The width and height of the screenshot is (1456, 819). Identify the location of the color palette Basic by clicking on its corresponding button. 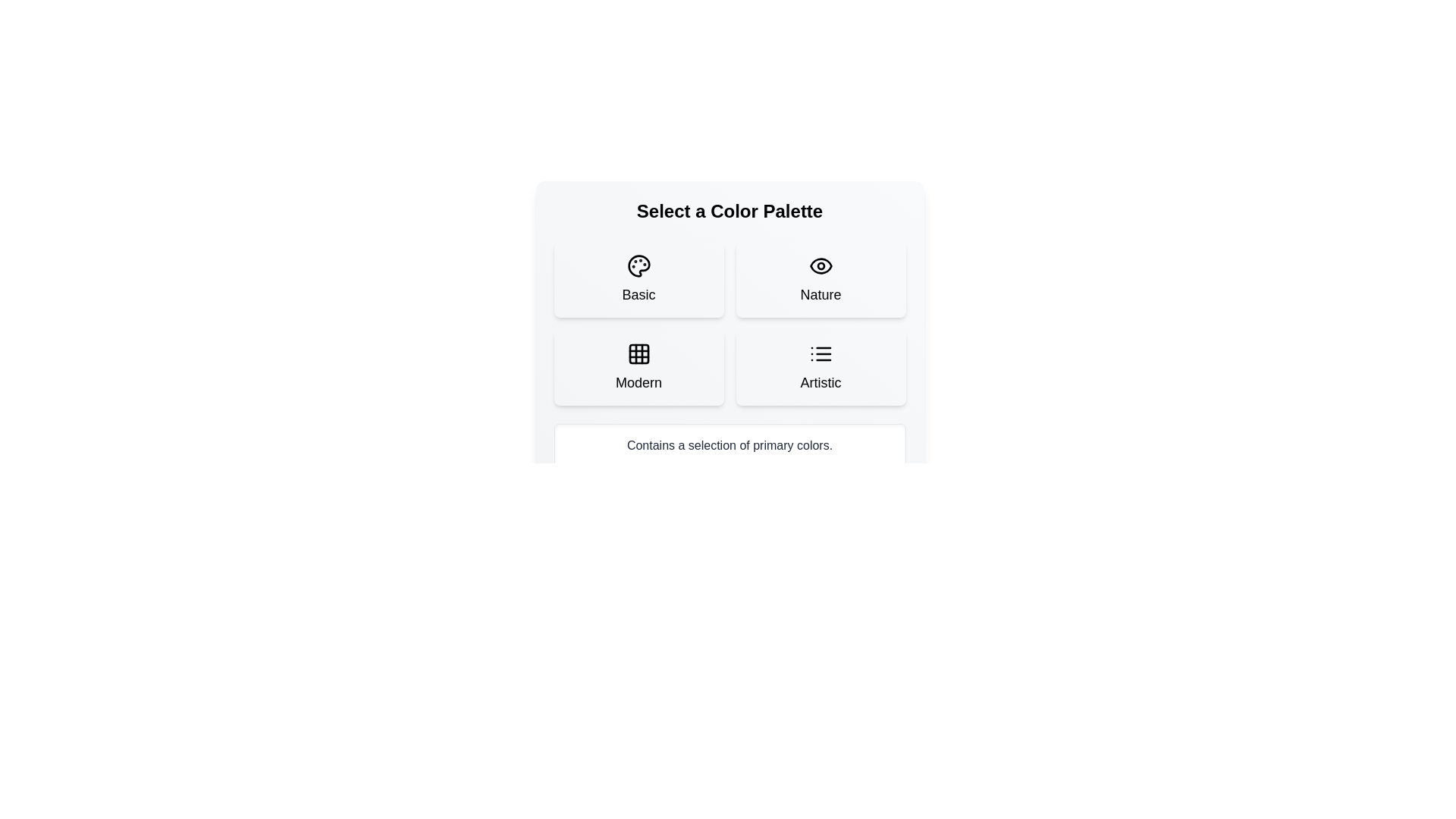
(639, 280).